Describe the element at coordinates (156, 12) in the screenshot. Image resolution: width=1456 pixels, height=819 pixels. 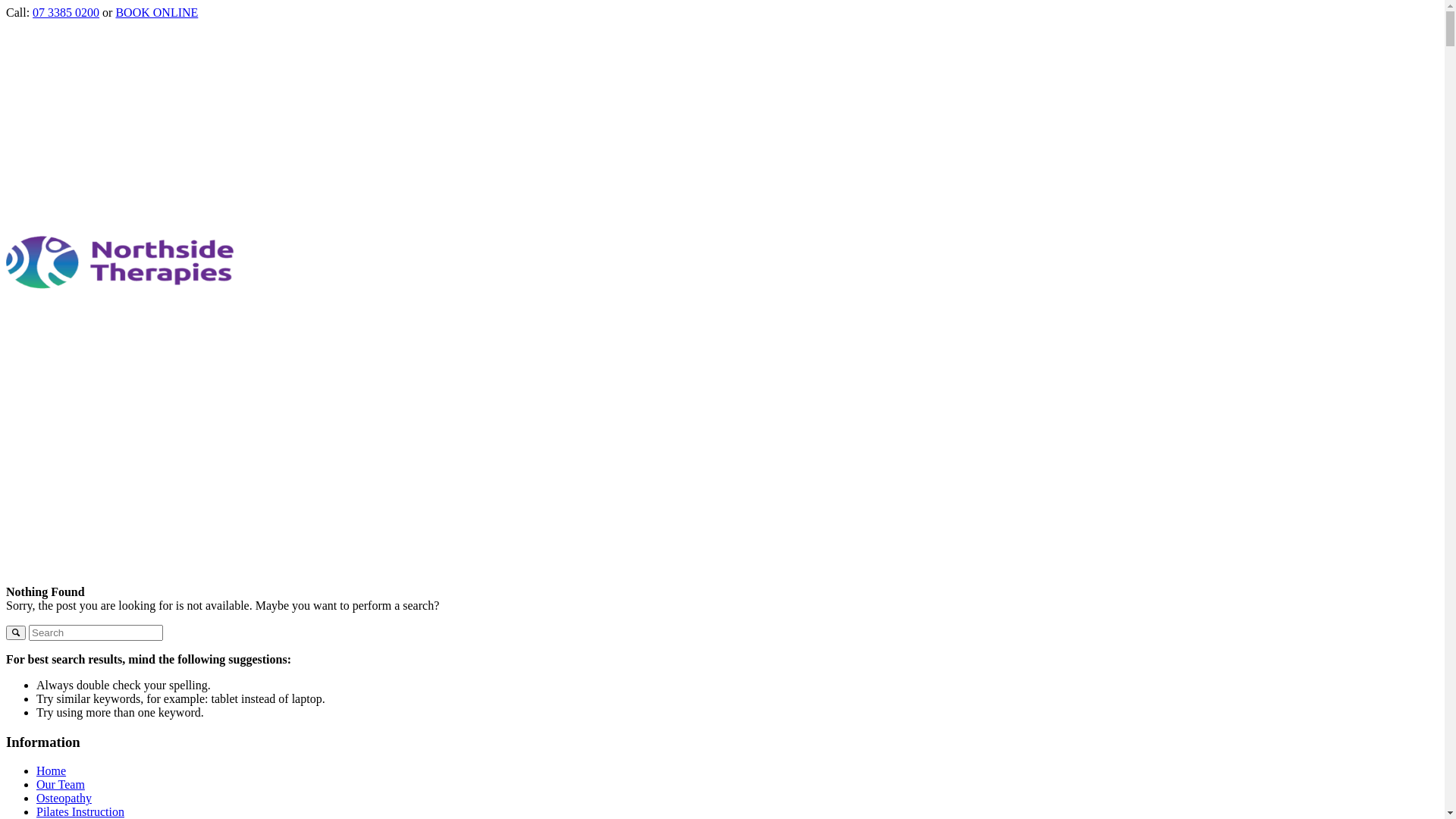
I see `'BOOK ONLINE'` at that location.